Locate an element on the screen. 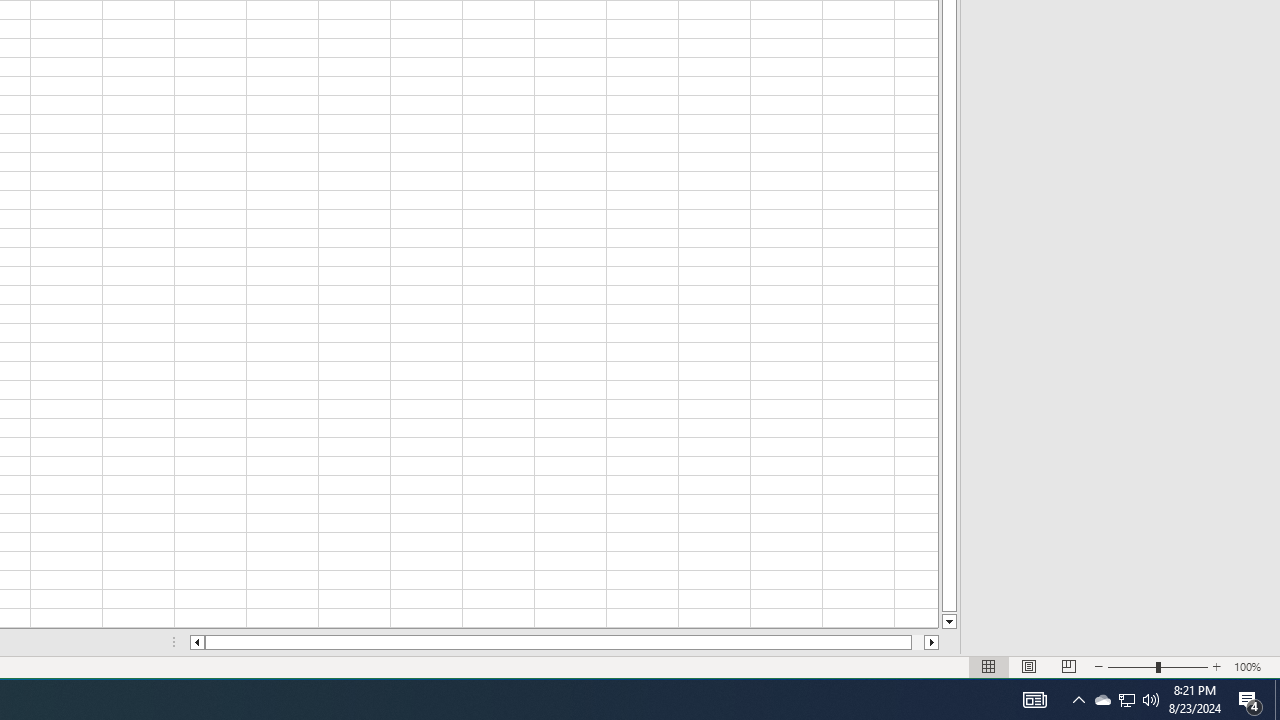 Image resolution: width=1280 pixels, height=720 pixels. 'Page right' is located at coordinates (916, 642).